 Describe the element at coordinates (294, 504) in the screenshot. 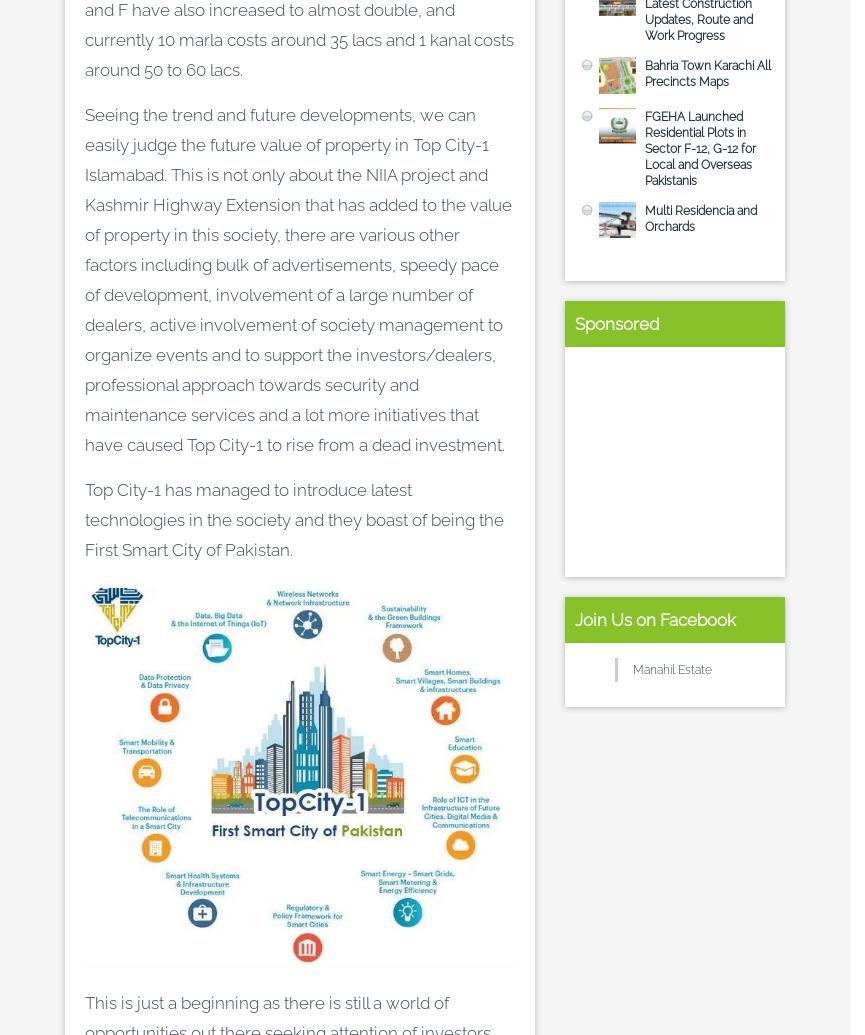

I see `'has managed to introduce latest technologies in the society and they boast of being the'` at that location.